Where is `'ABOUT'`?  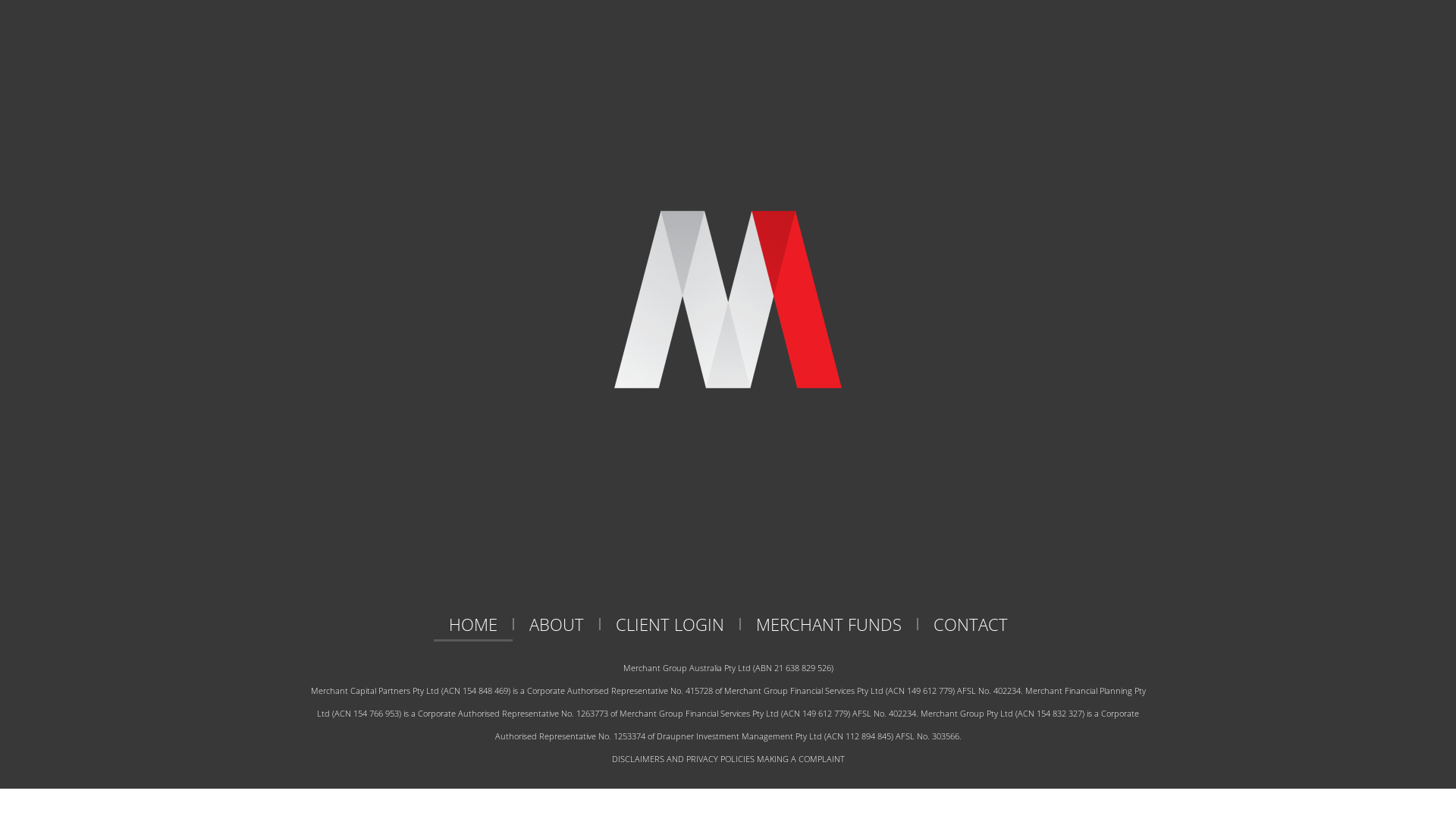
'ABOUT' is located at coordinates (556, 623).